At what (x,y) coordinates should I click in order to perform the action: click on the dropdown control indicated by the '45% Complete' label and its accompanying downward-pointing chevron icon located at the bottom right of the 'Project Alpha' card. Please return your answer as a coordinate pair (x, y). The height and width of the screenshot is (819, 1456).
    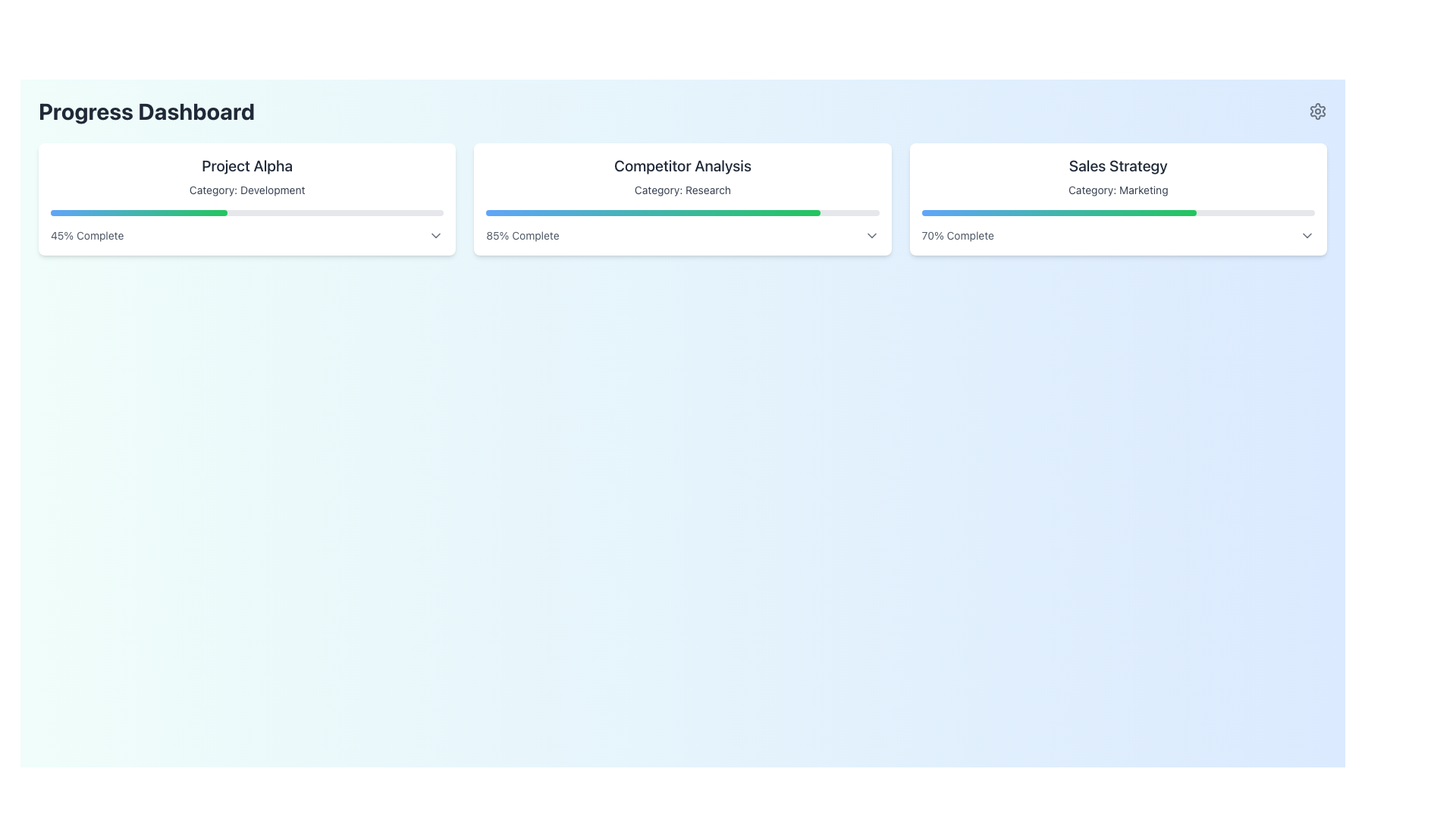
    Looking at the image, I should click on (247, 236).